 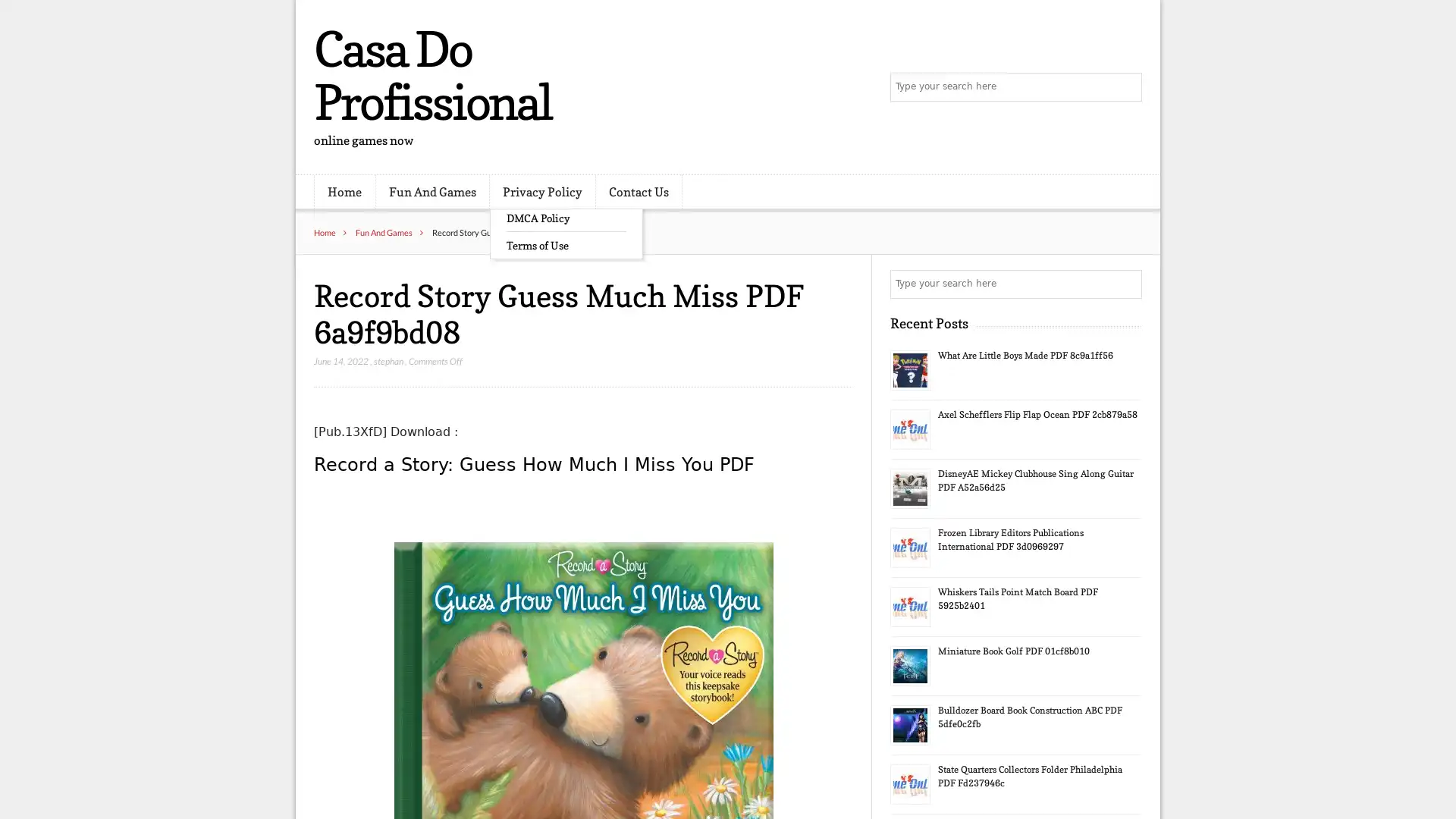 I want to click on Search, so click(x=1126, y=87).